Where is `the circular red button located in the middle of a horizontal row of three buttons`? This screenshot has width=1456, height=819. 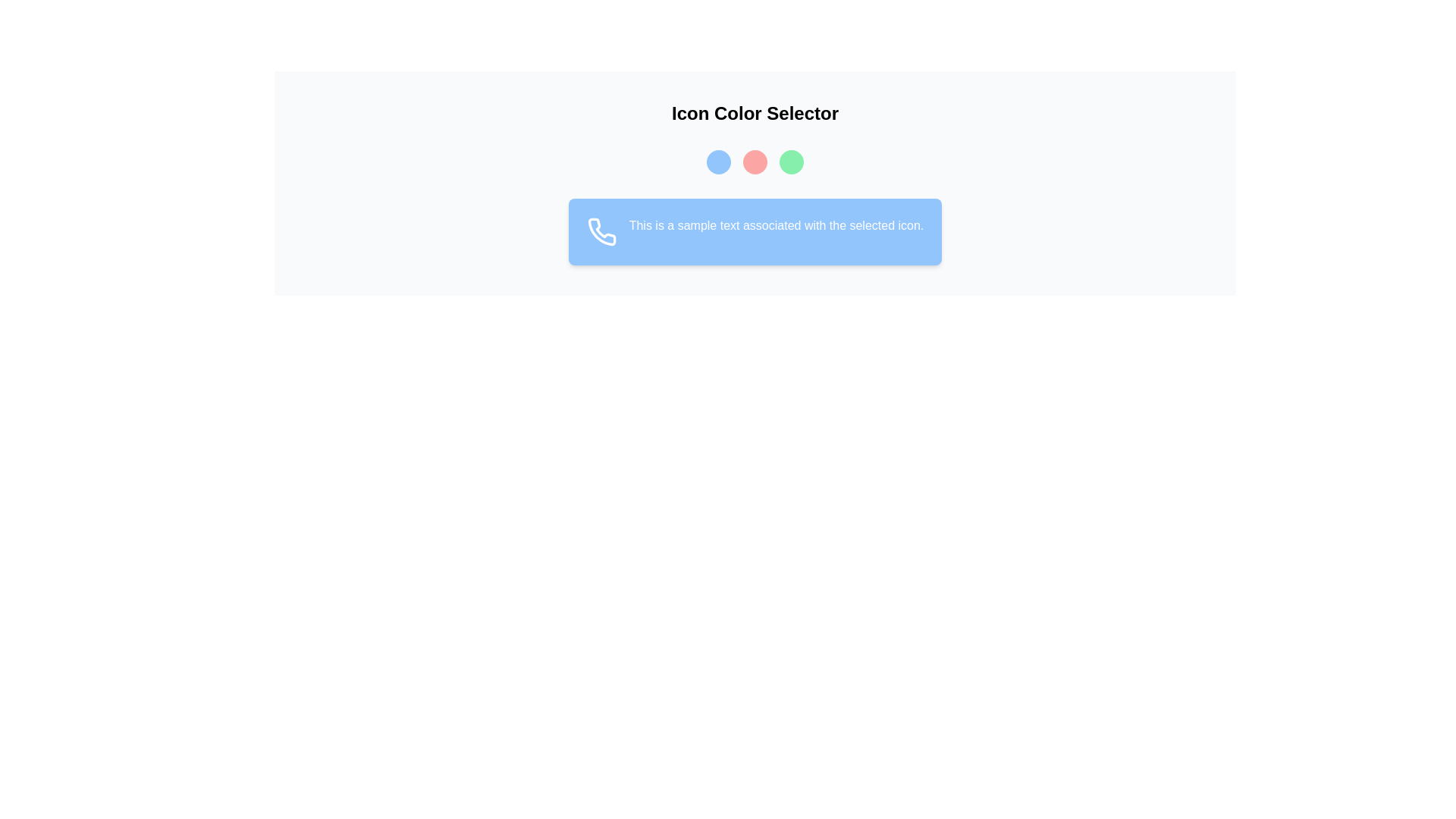
the circular red button located in the middle of a horizontal row of three buttons is located at coordinates (755, 162).